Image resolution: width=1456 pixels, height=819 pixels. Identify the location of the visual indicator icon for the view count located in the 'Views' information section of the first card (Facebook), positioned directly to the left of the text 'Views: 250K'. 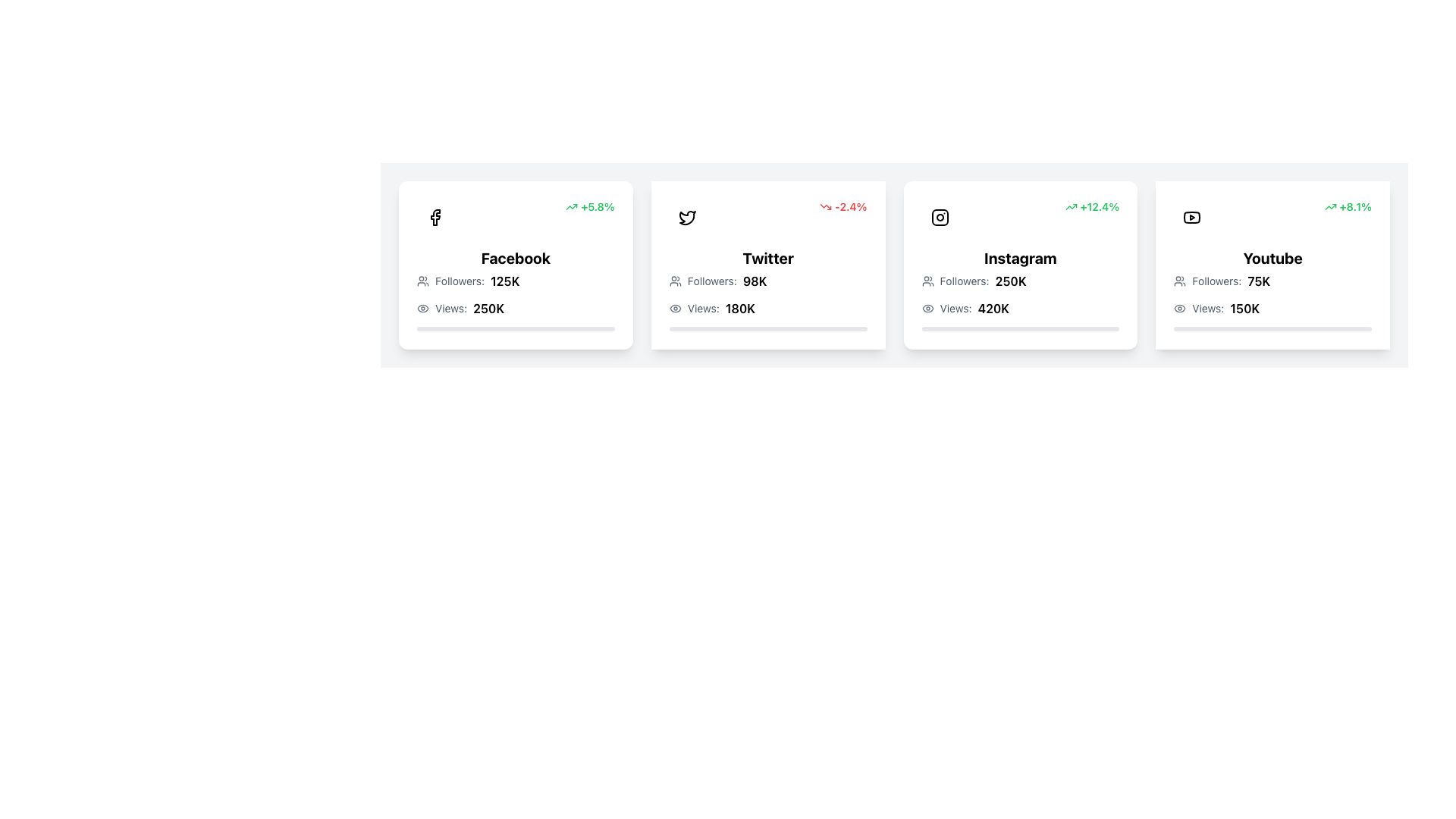
(422, 308).